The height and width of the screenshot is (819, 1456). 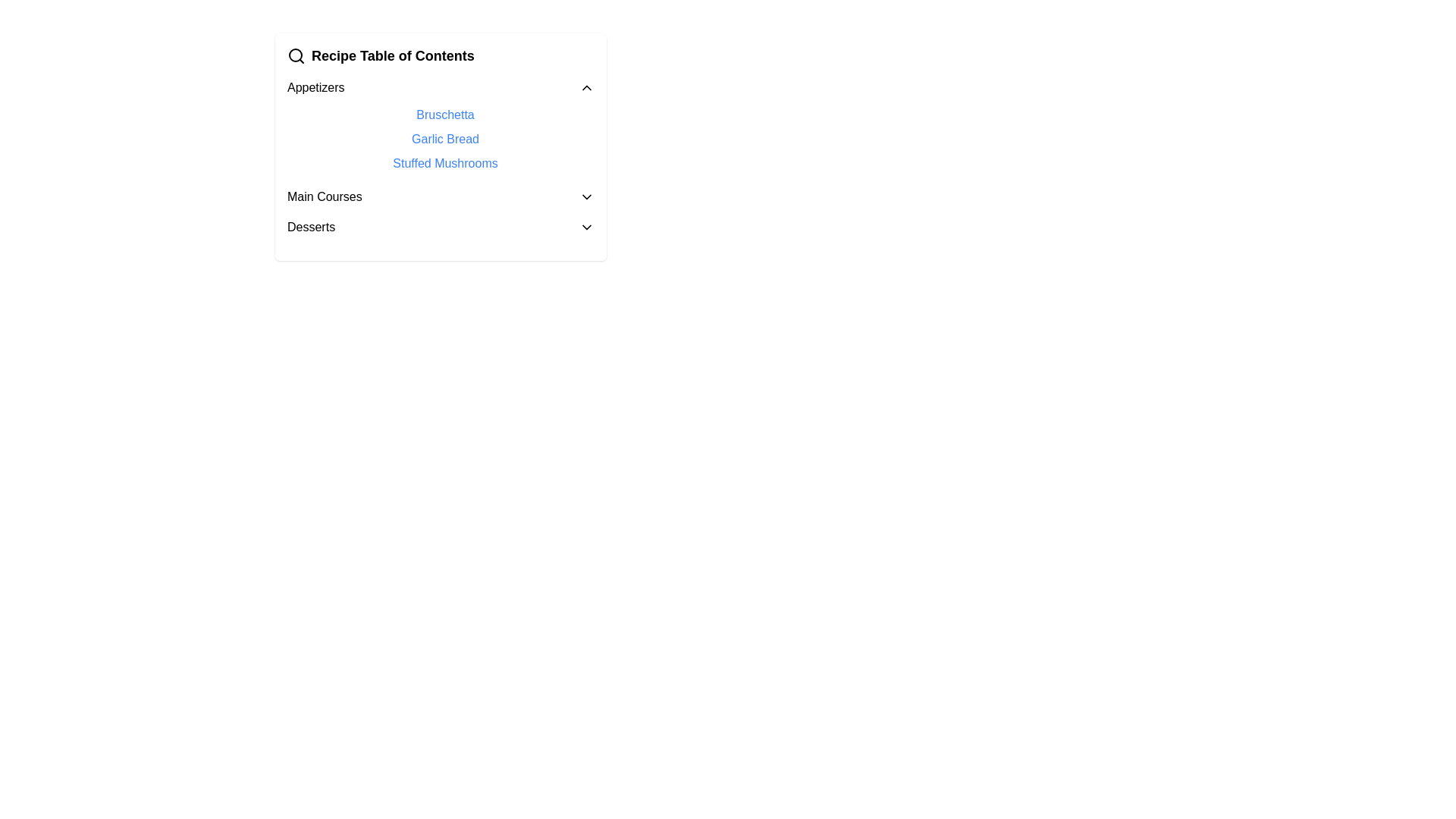 What do you see at coordinates (446, 114) in the screenshot?
I see `the Hyperlink text for 'Bruschetta' located in the 'Appetizers' section to underline it for visual feedback` at bounding box center [446, 114].